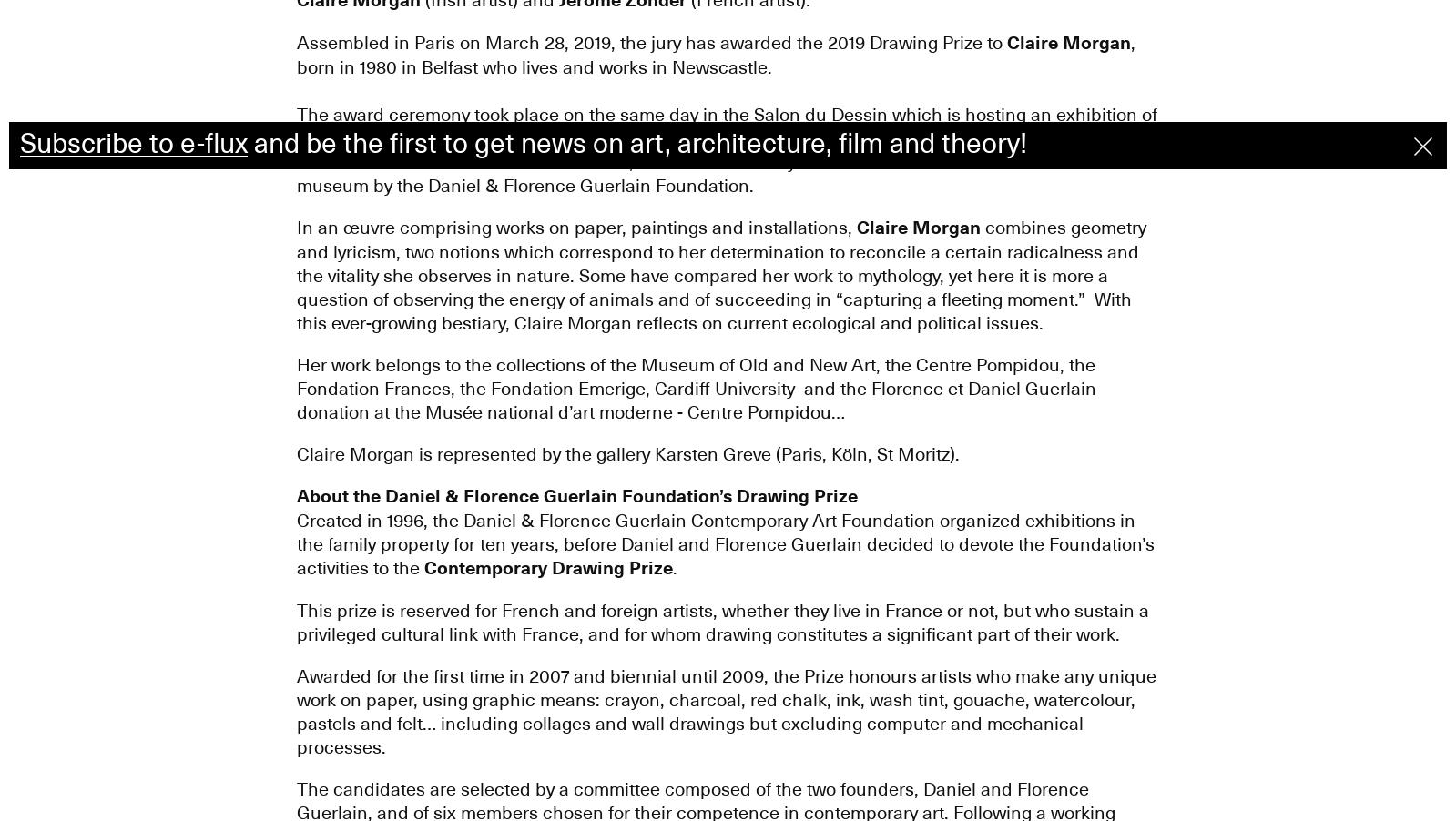  Describe the element at coordinates (51, 91) in the screenshot. I see `'Share'` at that location.